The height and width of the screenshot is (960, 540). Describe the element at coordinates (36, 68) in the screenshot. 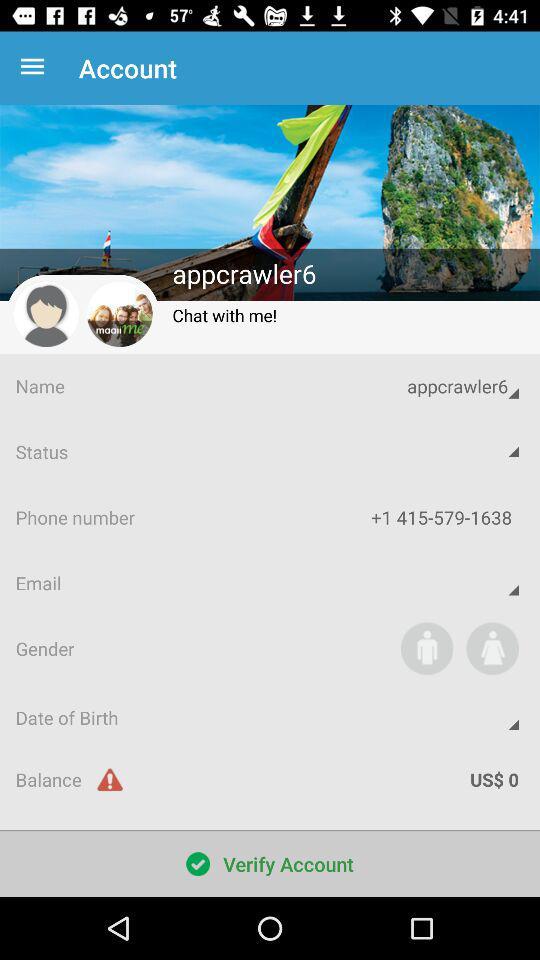

I see `the item next to account` at that location.